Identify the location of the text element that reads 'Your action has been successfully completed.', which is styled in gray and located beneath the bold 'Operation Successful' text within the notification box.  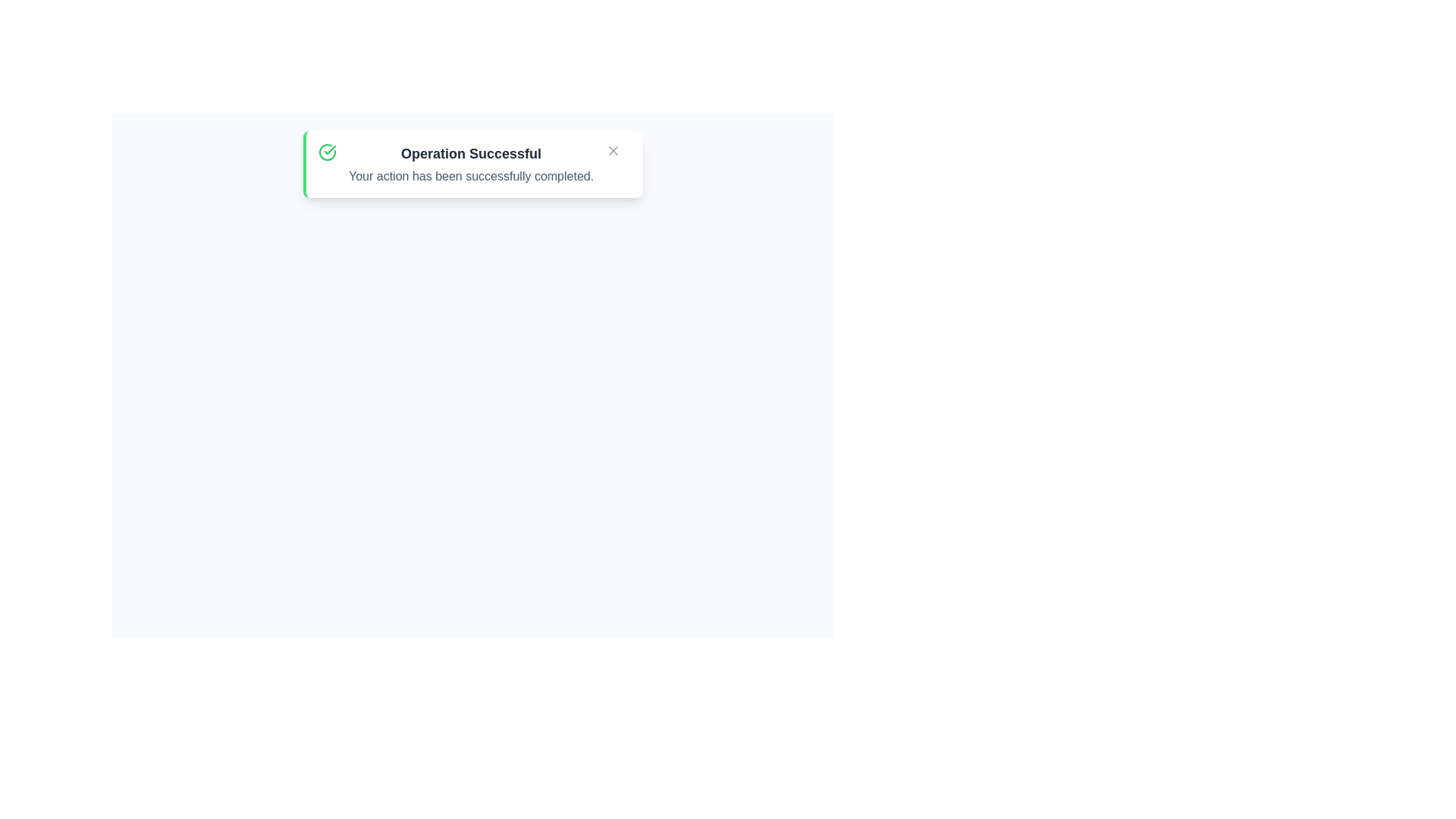
(470, 175).